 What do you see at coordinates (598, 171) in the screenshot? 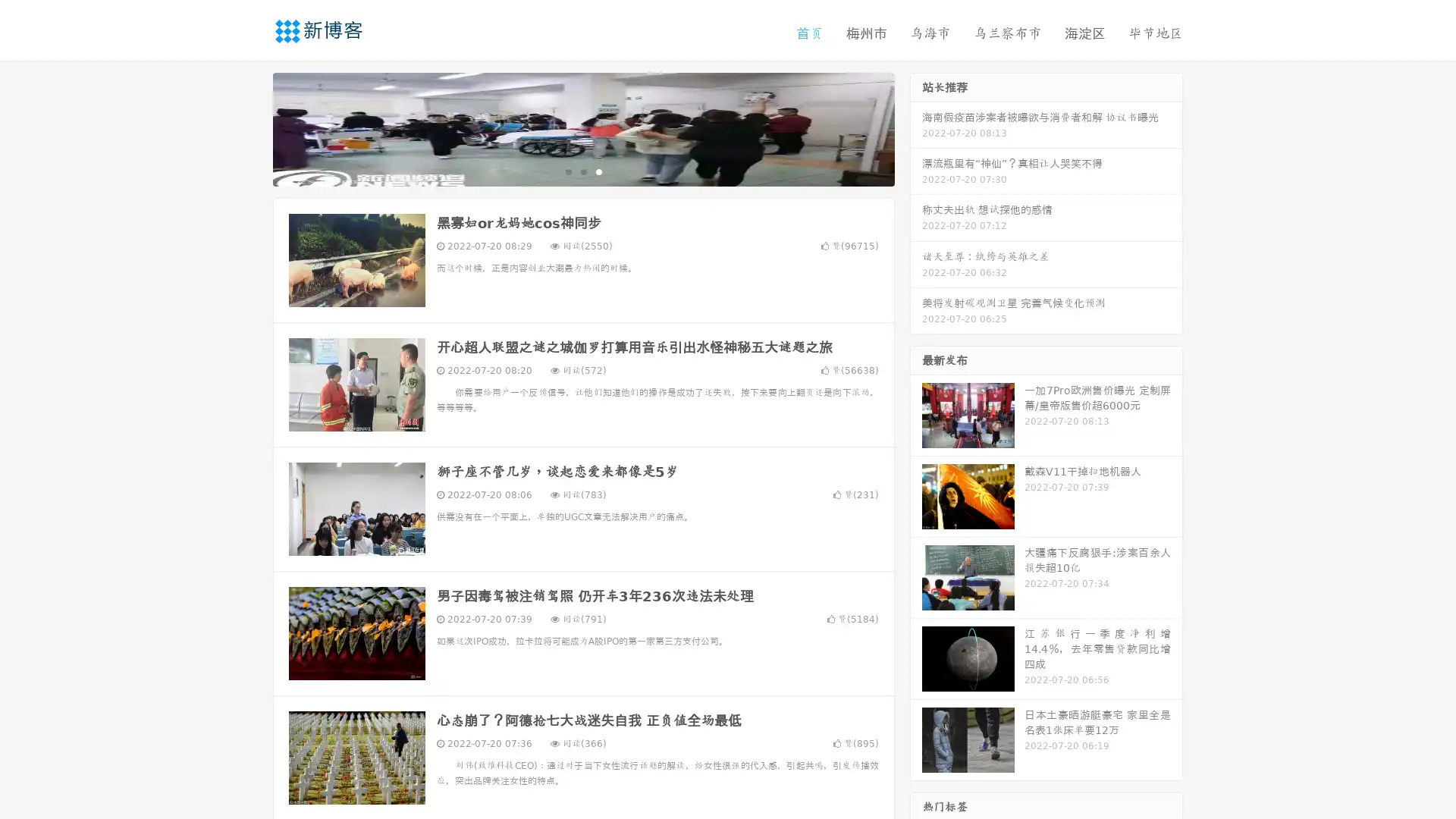
I see `Go to slide 3` at bounding box center [598, 171].